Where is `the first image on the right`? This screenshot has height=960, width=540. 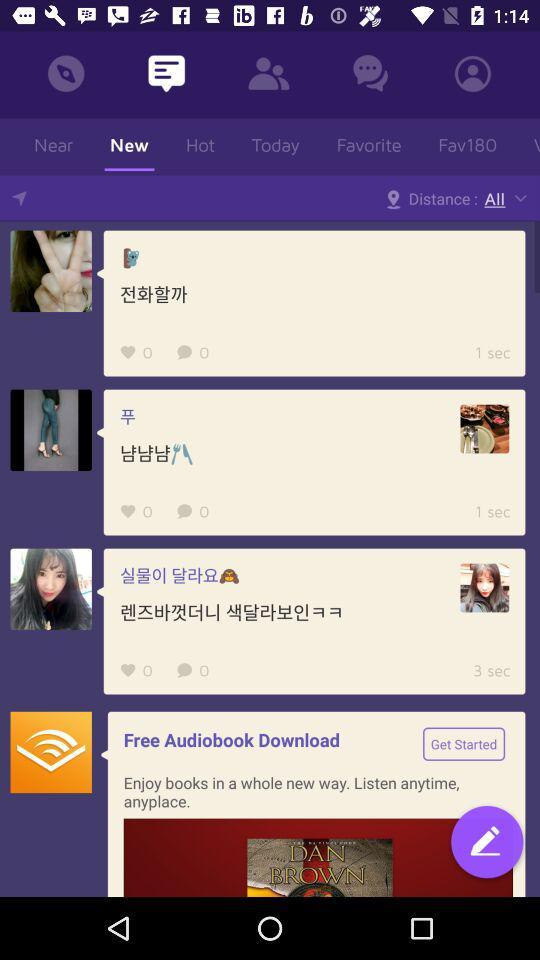 the first image on the right is located at coordinates (483, 429).